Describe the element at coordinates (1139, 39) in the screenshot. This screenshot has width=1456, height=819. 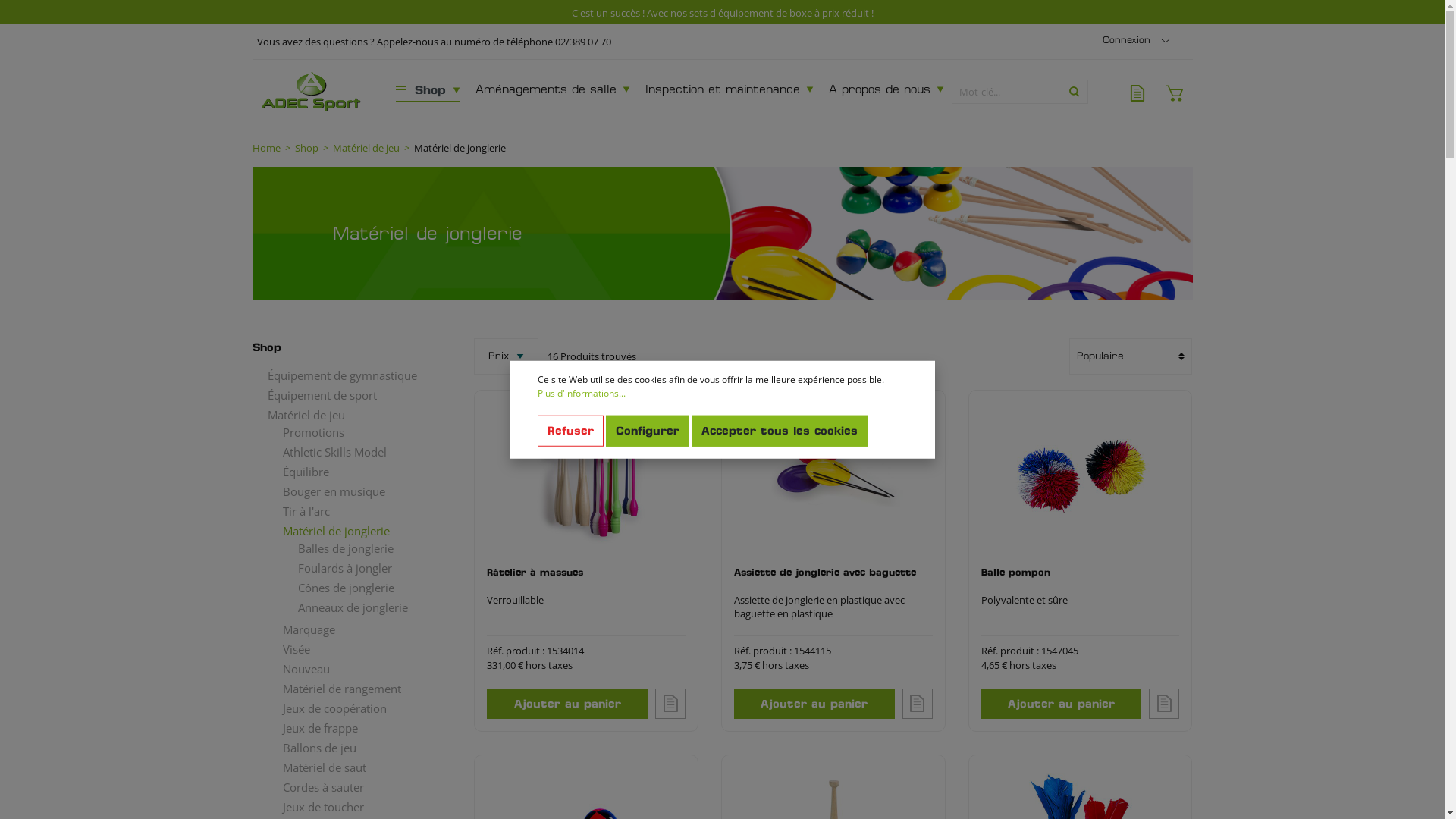
I see `'Connexion'` at that location.